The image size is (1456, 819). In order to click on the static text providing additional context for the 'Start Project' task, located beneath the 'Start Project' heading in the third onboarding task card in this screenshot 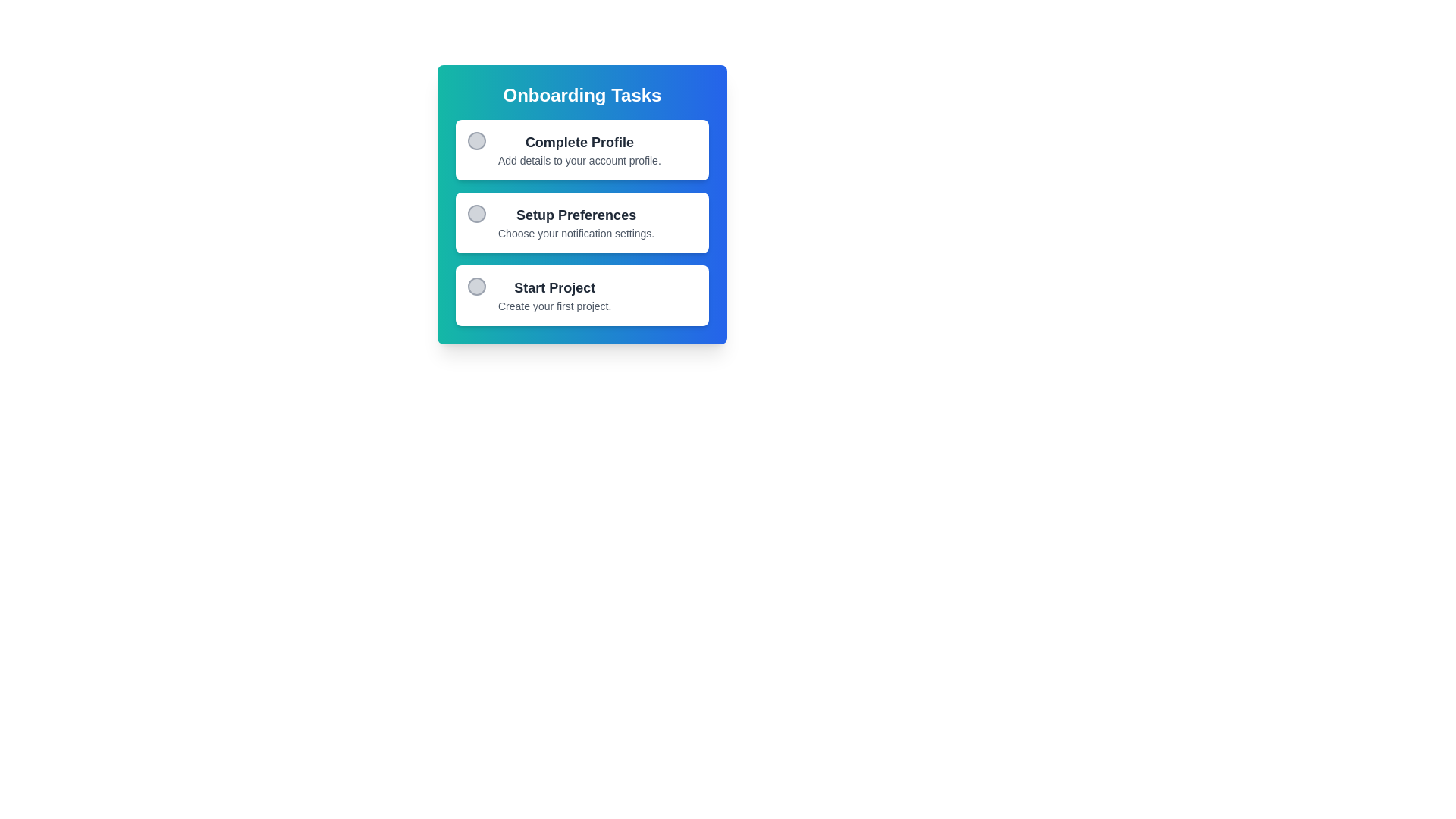, I will do `click(554, 306)`.